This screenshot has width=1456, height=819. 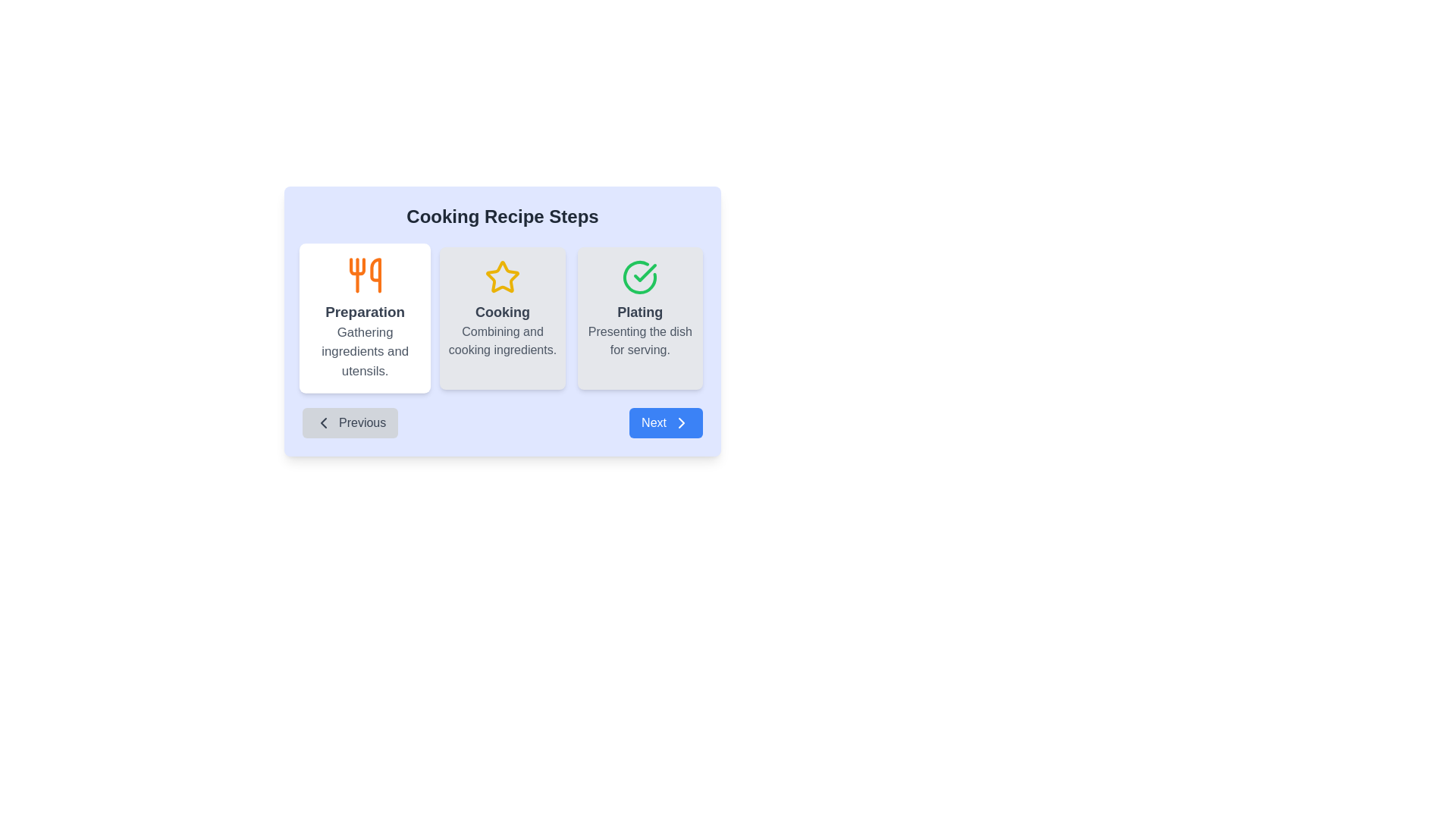 I want to click on text label that says 'Combining and cooking ingredients.' located beneath the heading 'Cooking' in the second panel of a horizontally arranged group of panels, so click(x=502, y=341).